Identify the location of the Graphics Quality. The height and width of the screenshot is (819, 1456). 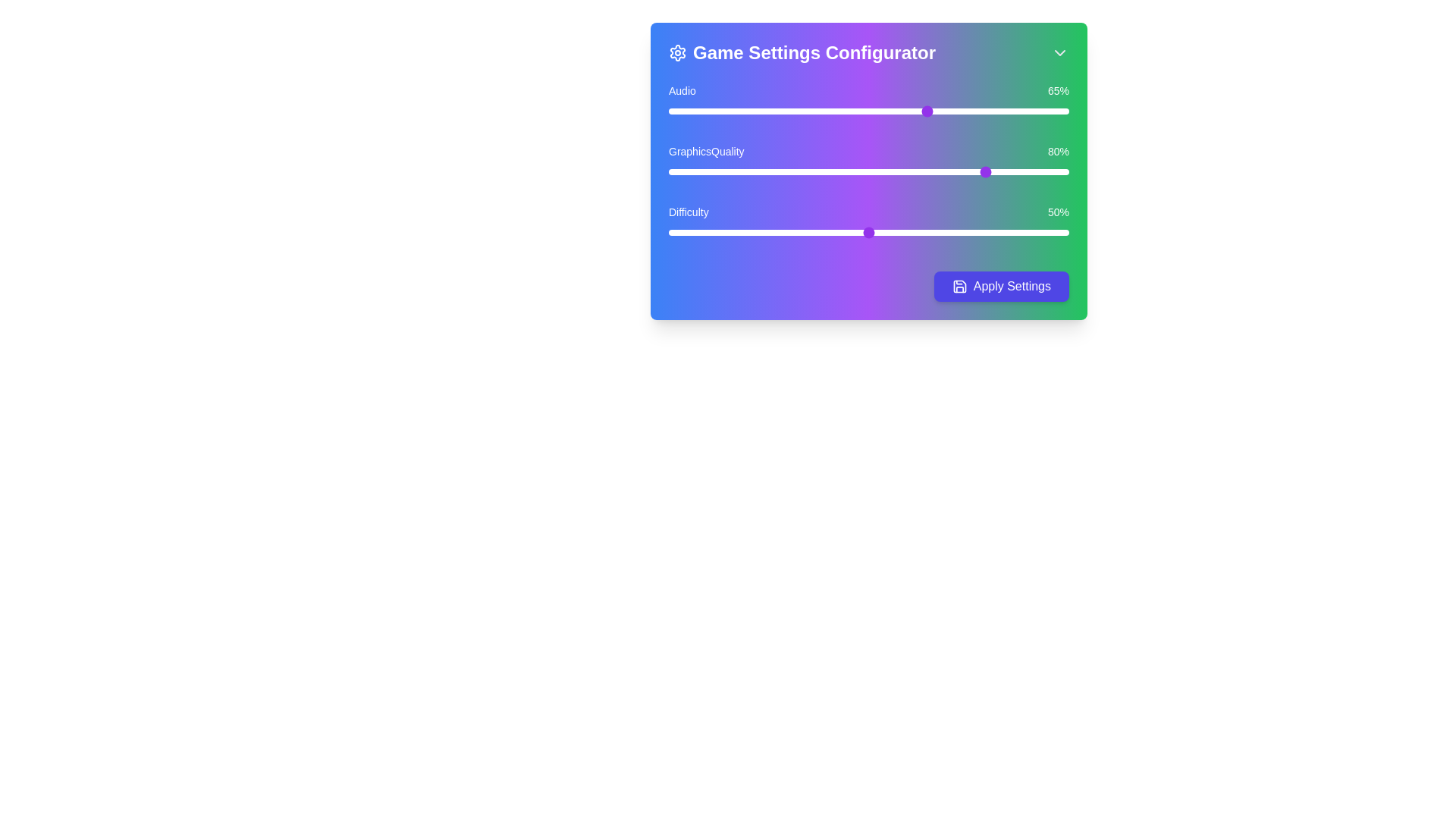
(893, 171).